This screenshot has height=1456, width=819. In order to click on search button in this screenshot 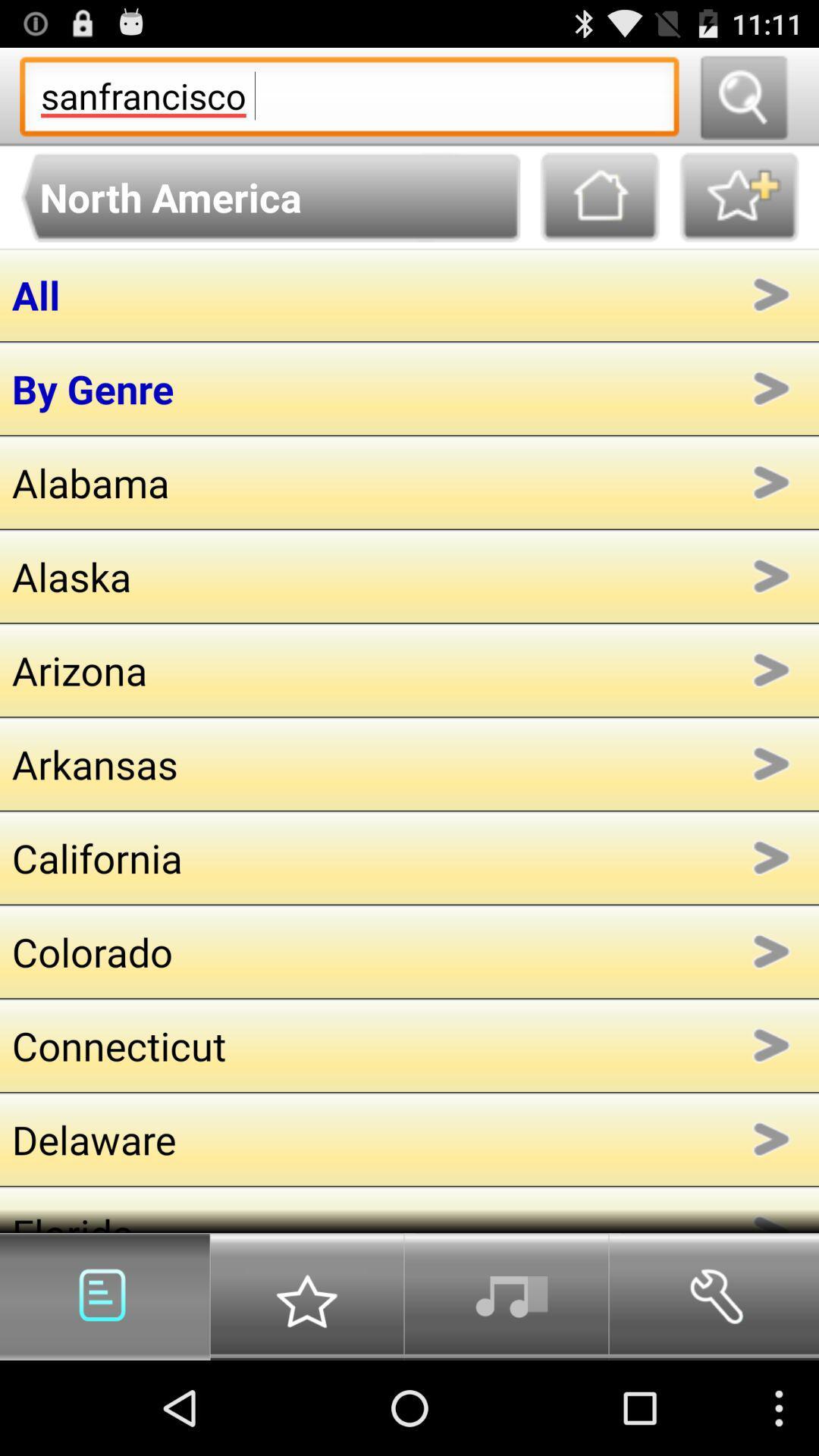, I will do `click(742, 96)`.